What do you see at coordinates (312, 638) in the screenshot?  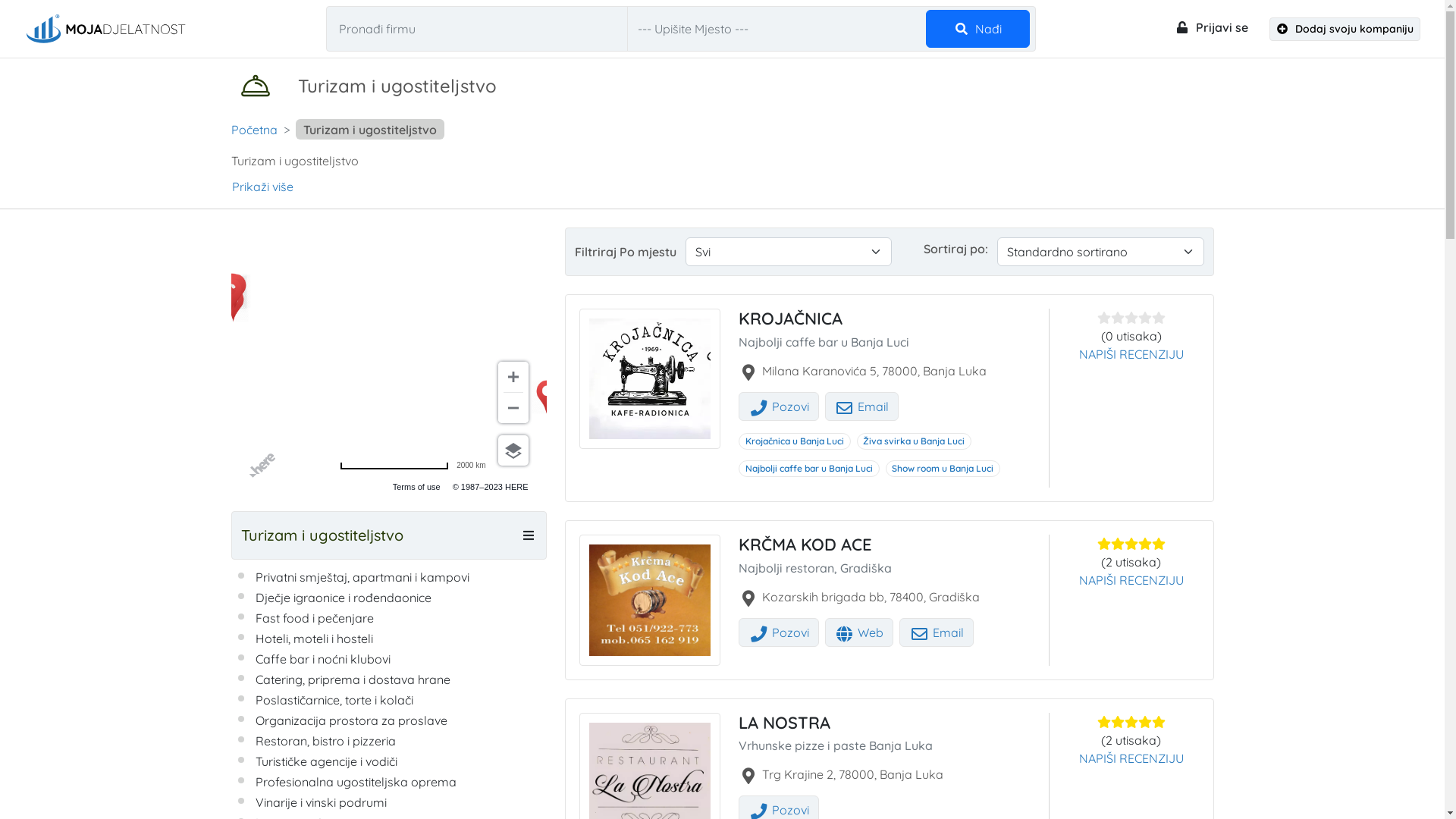 I see `'Hoteli, moteli i hosteli'` at bounding box center [312, 638].